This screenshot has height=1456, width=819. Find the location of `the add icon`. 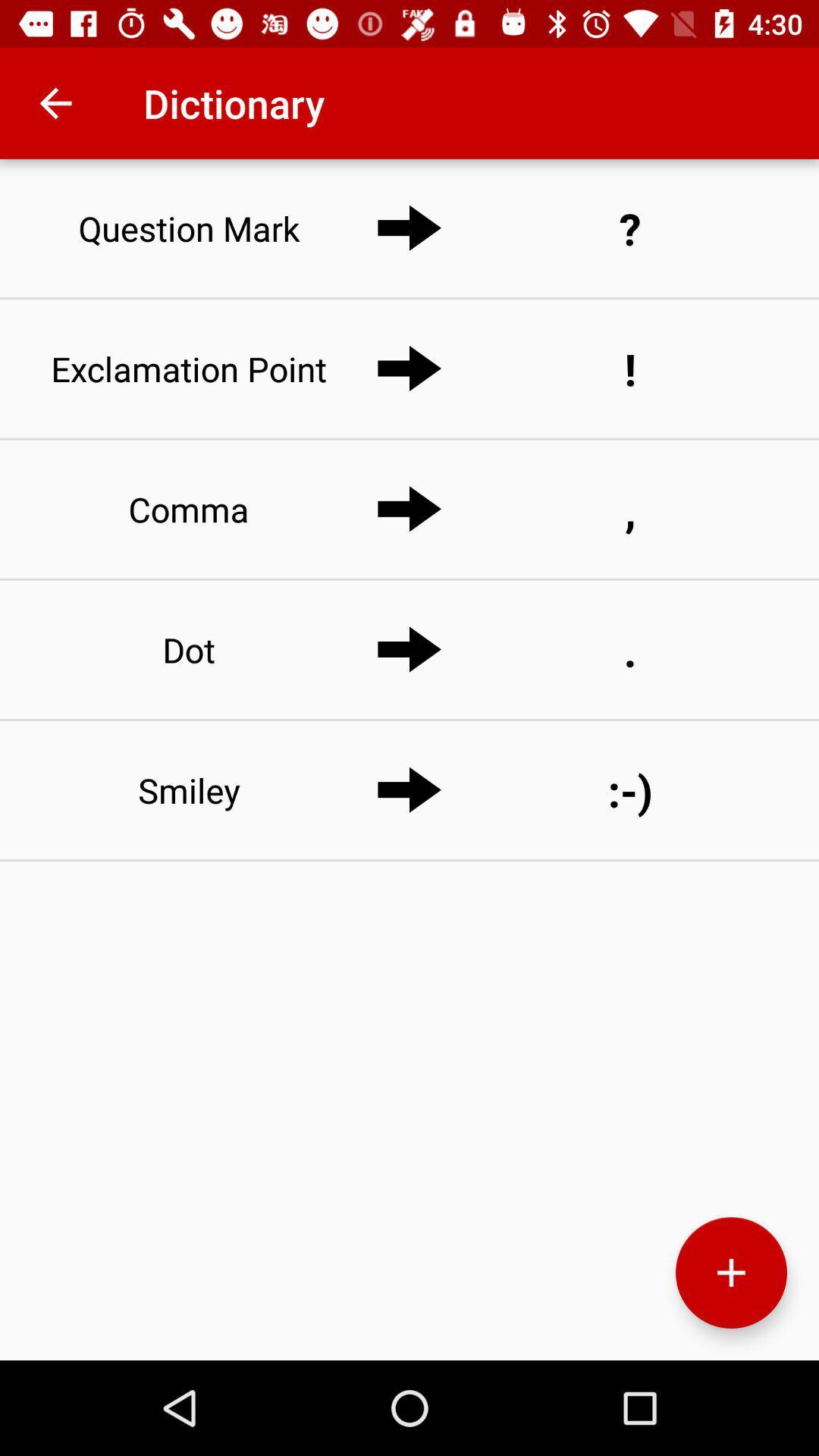

the add icon is located at coordinates (730, 1272).